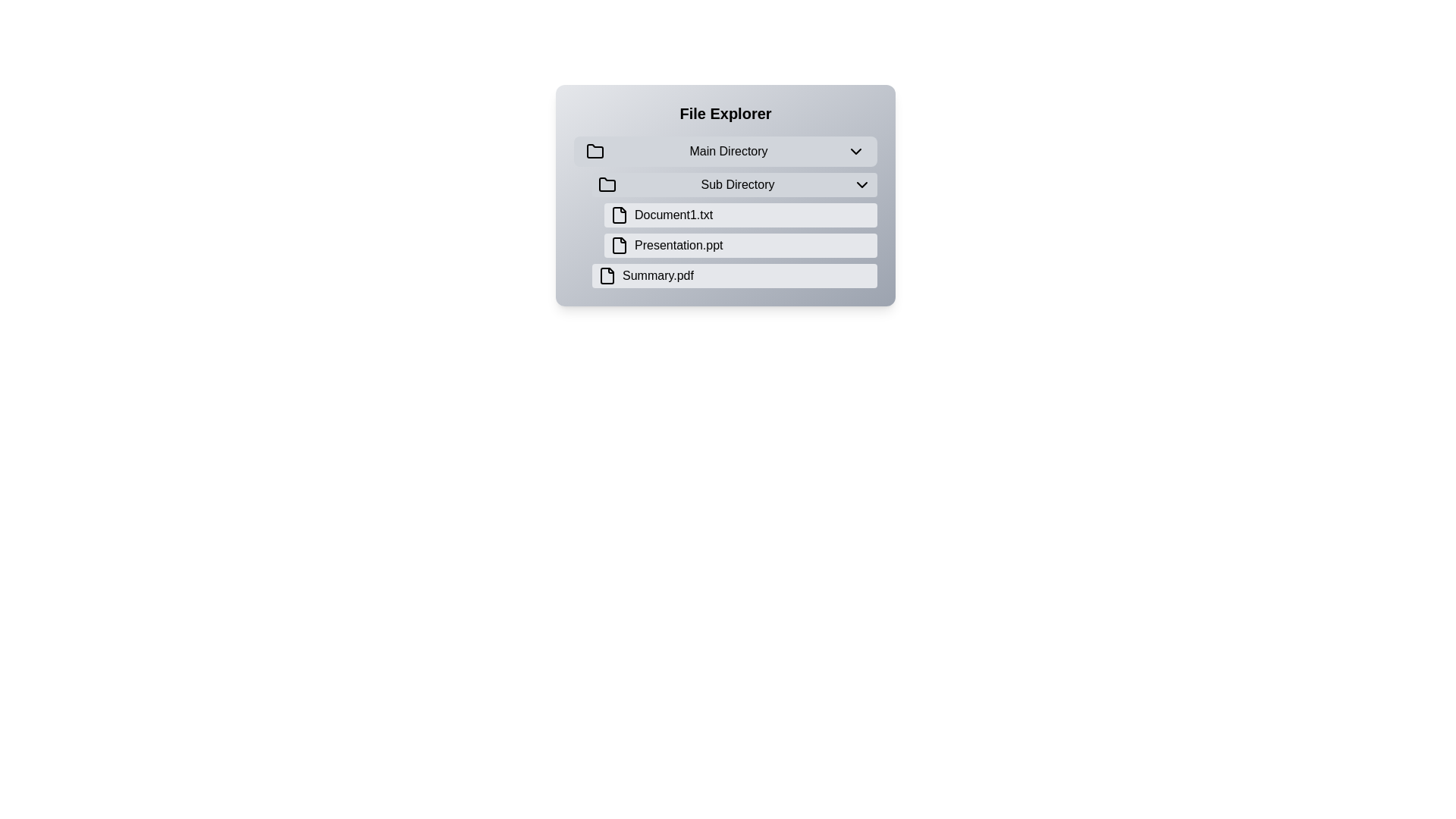  What do you see at coordinates (735, 184) in the screenshot?
I see `the directory button located beneath the 'Main Directory' label` at bounding box center [735, 184].